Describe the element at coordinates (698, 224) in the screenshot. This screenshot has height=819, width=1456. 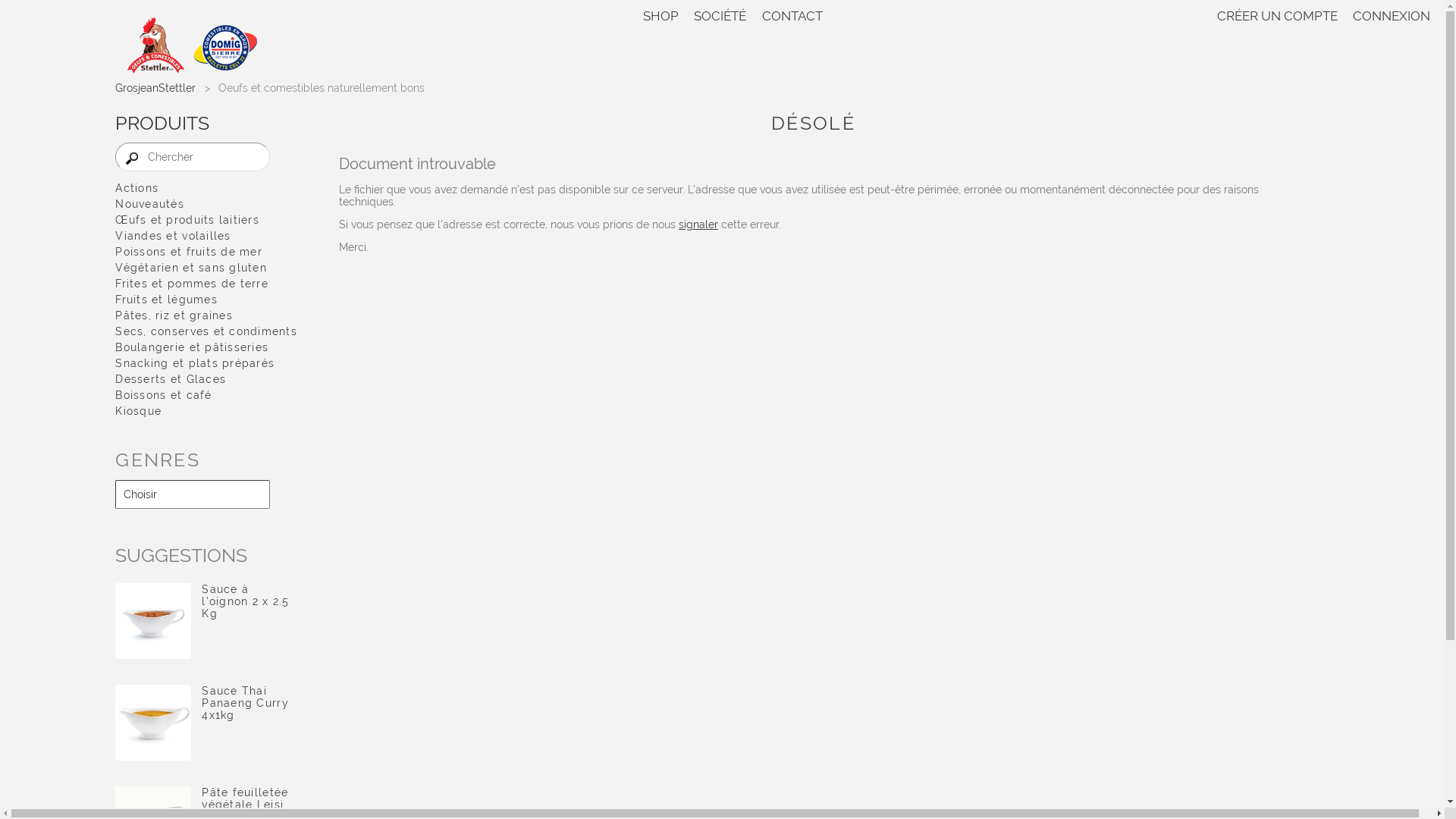
I see `'signaler'` at that location.